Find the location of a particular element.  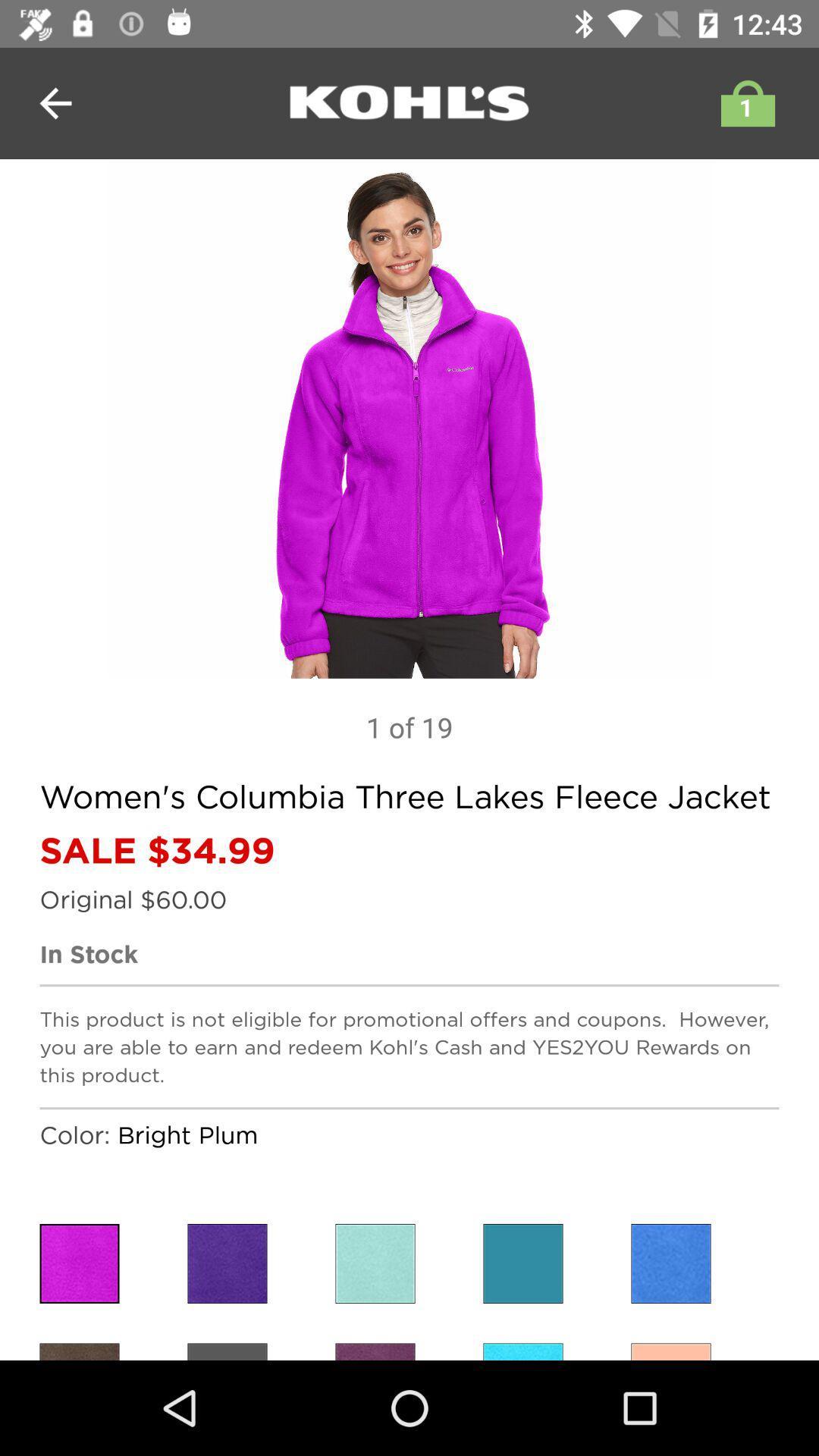

colour is located at coordinates (227, 1263).